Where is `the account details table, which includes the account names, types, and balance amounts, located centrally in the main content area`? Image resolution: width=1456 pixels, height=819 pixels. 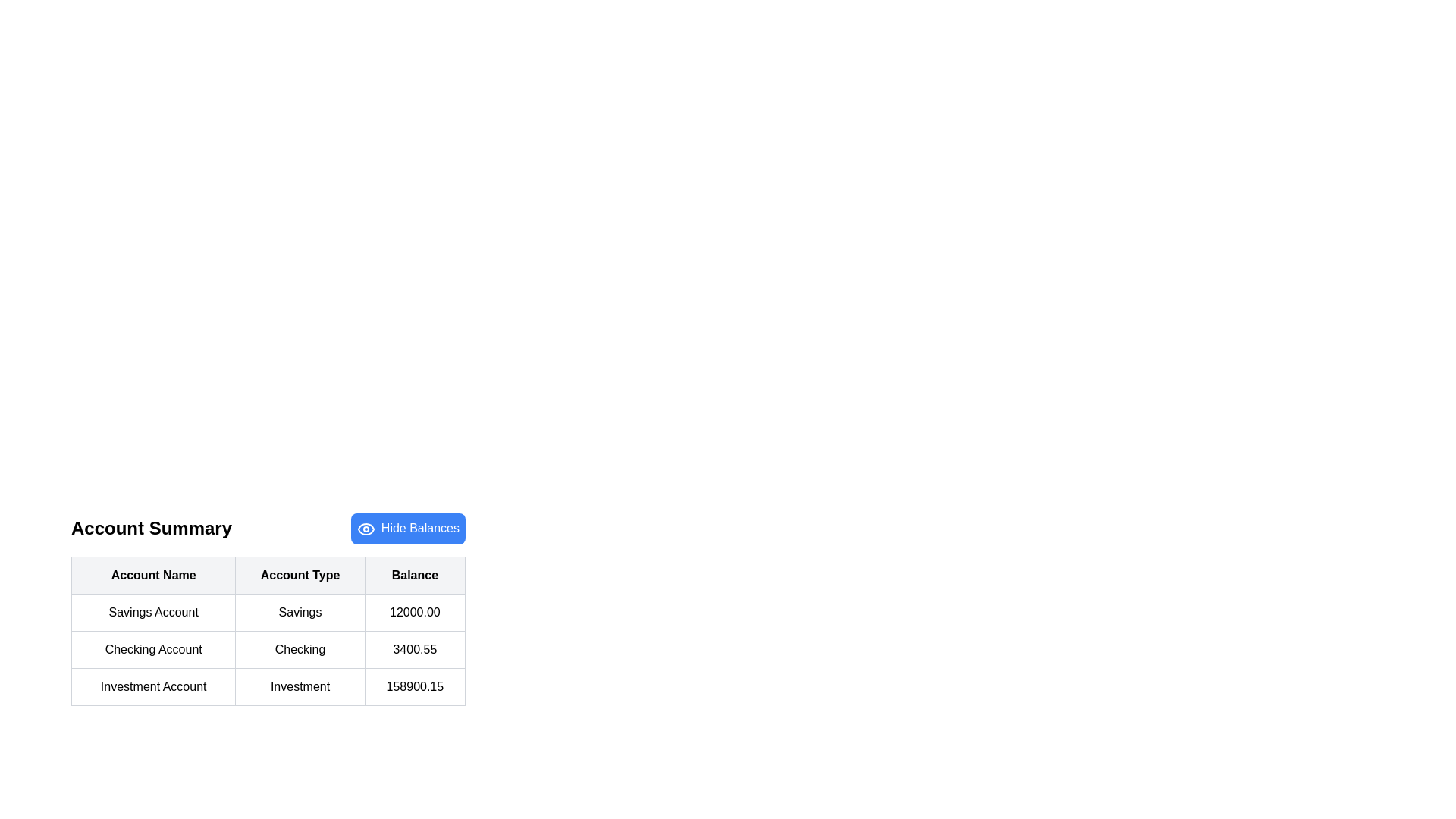
the account details table, which includes the account names, types, and balance amounts, located centrally in the main content area is located at coordinates (268, 607).